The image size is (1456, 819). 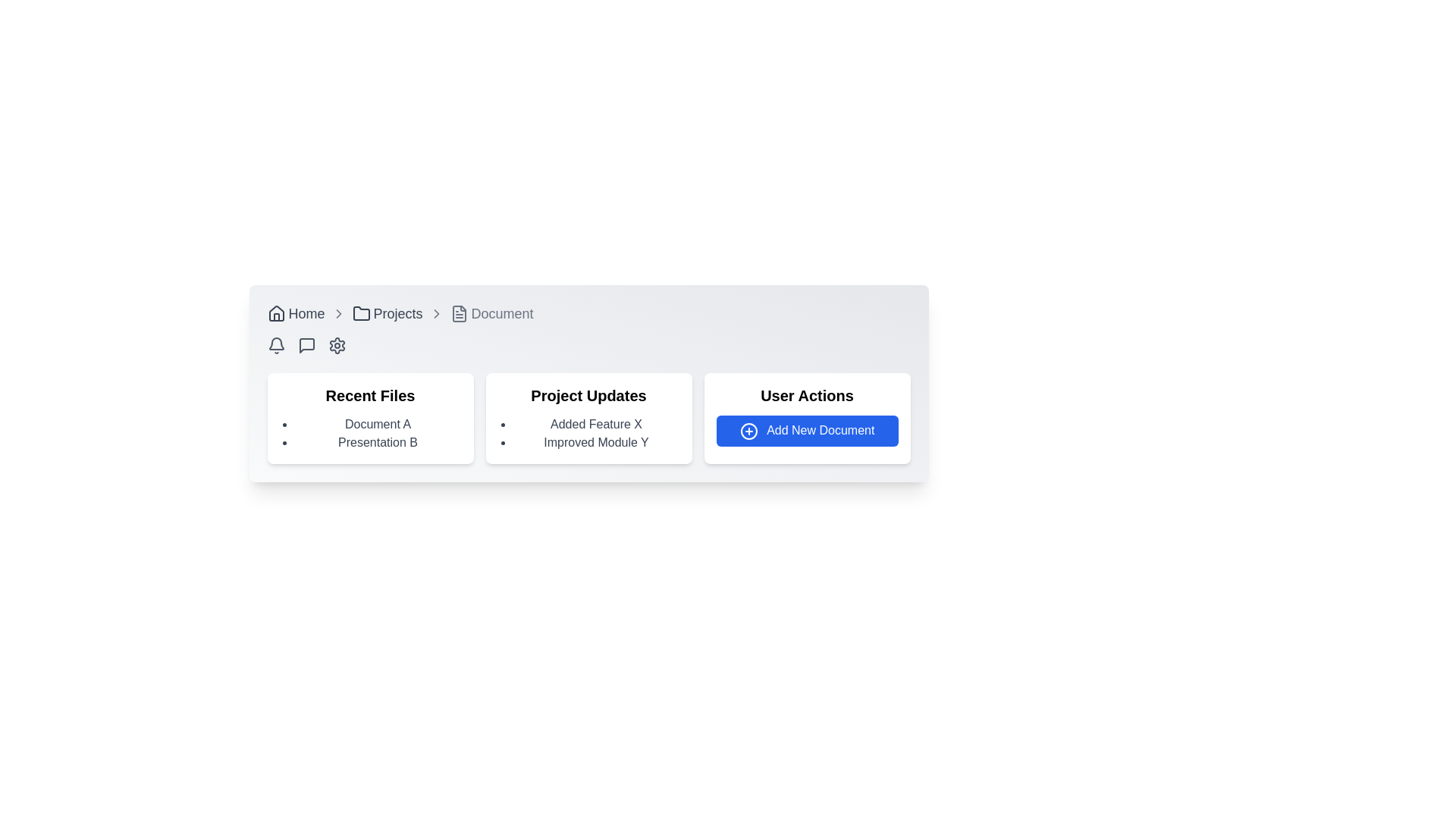 What do you see at coordinates (276, 312) in the screenshot?
I see `the roof portion of the house-shaped icon in the breadcrumb navigation bar` at bounding box center [276, 312].